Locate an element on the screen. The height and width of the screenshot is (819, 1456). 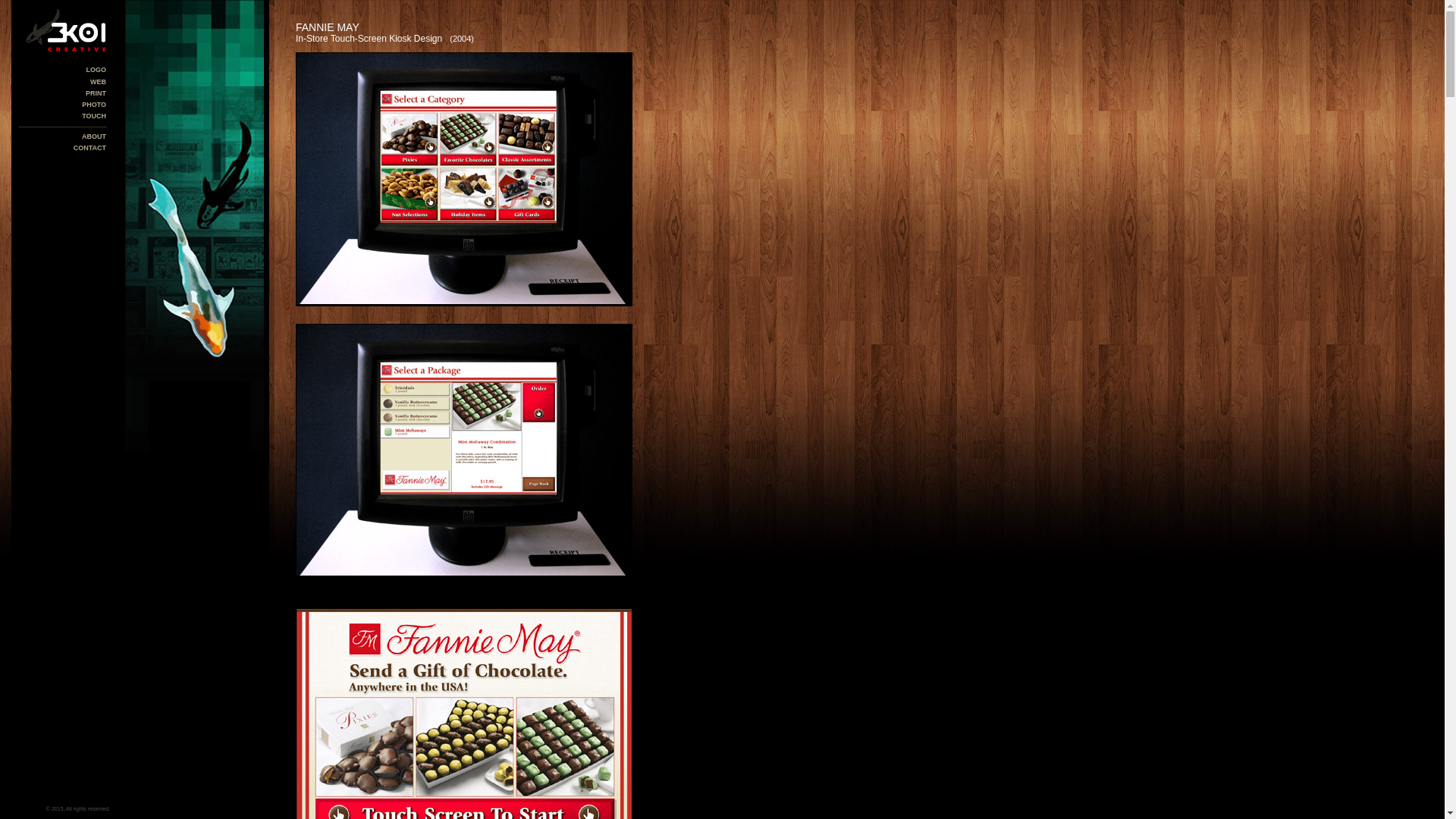
'ABOUT' is located at coordinates (93, 136).